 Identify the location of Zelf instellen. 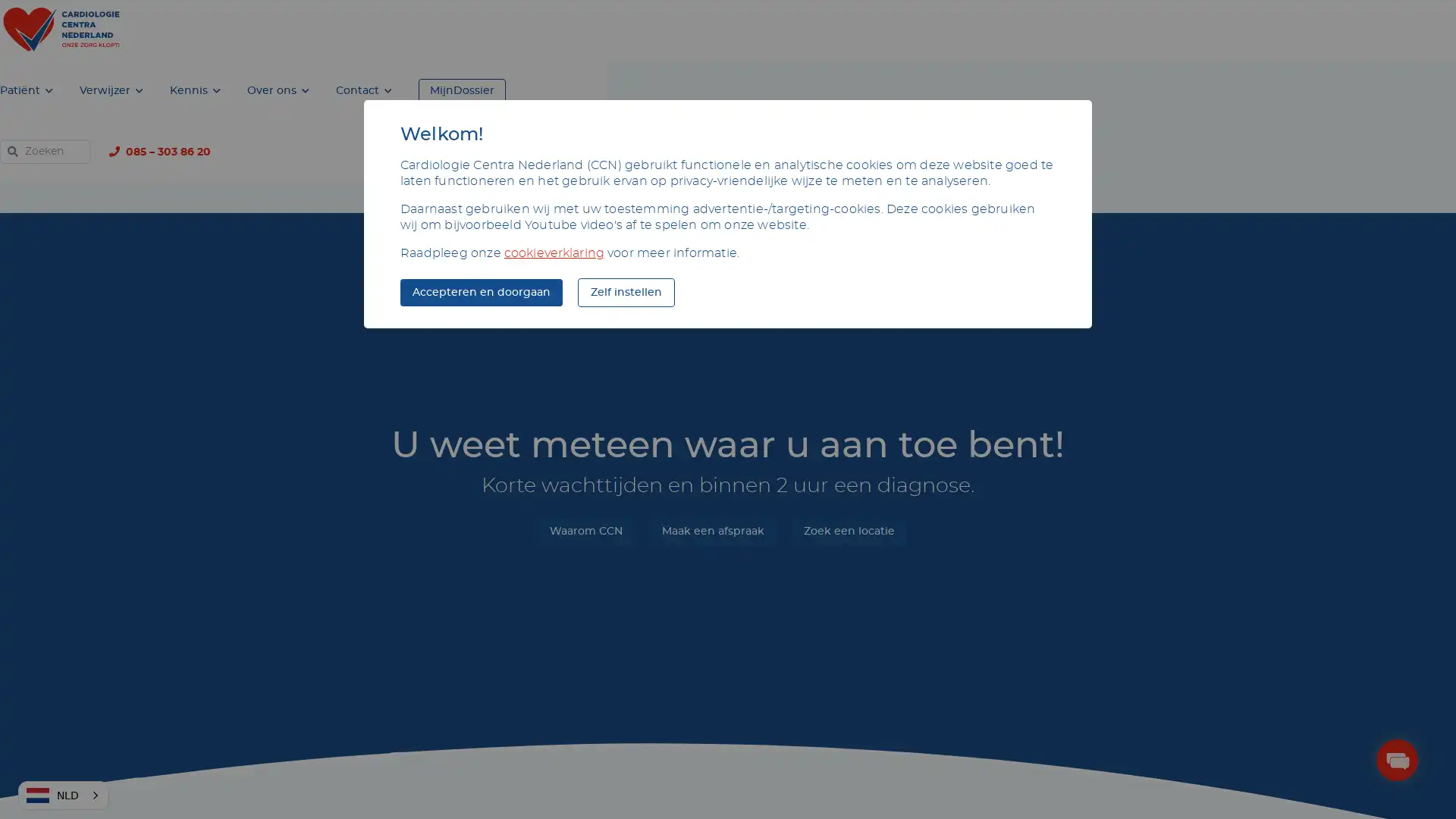
(626, 292).